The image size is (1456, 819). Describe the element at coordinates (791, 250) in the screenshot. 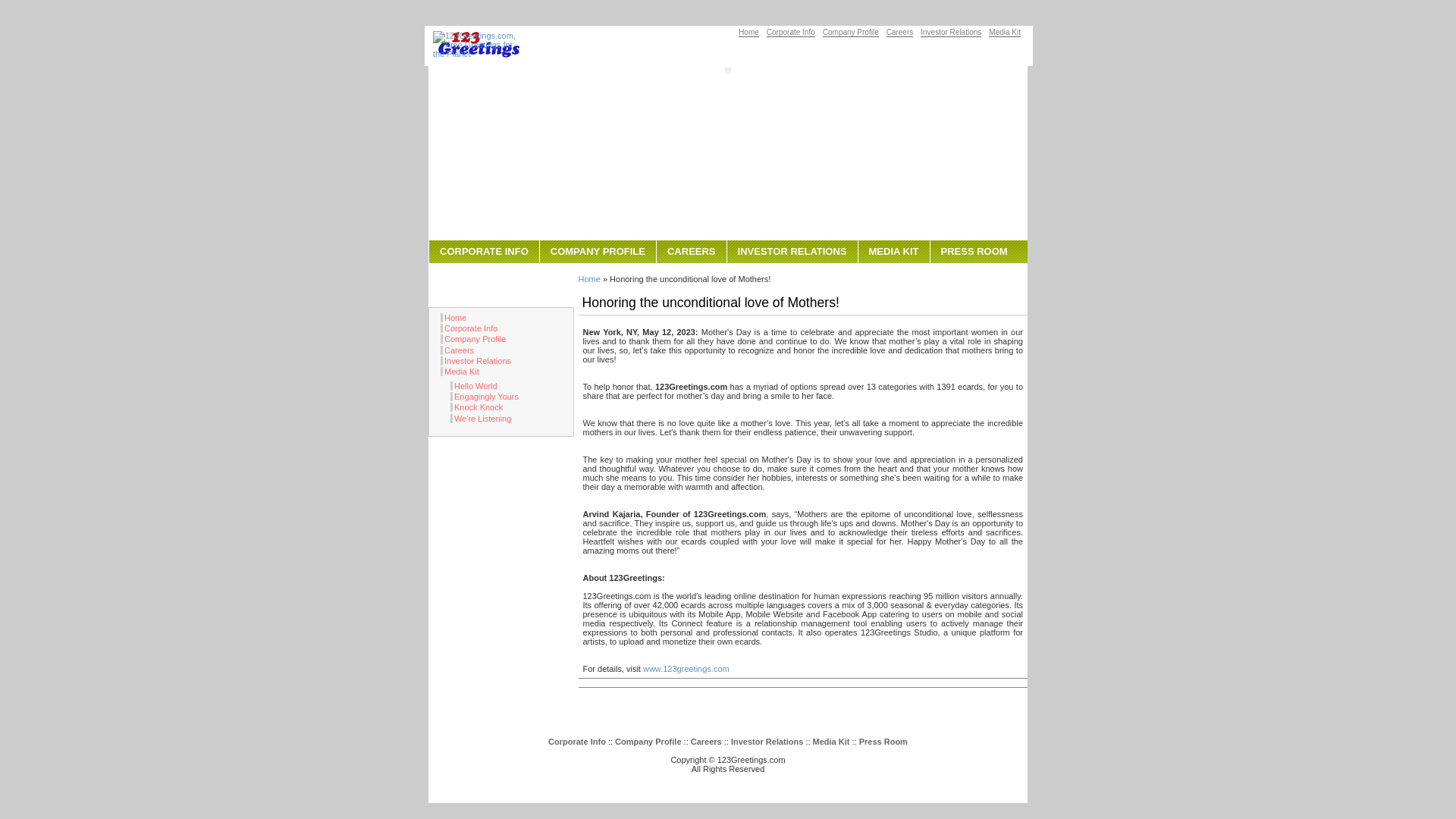

I see `'INVESTOR RELATIONS'` at that location.